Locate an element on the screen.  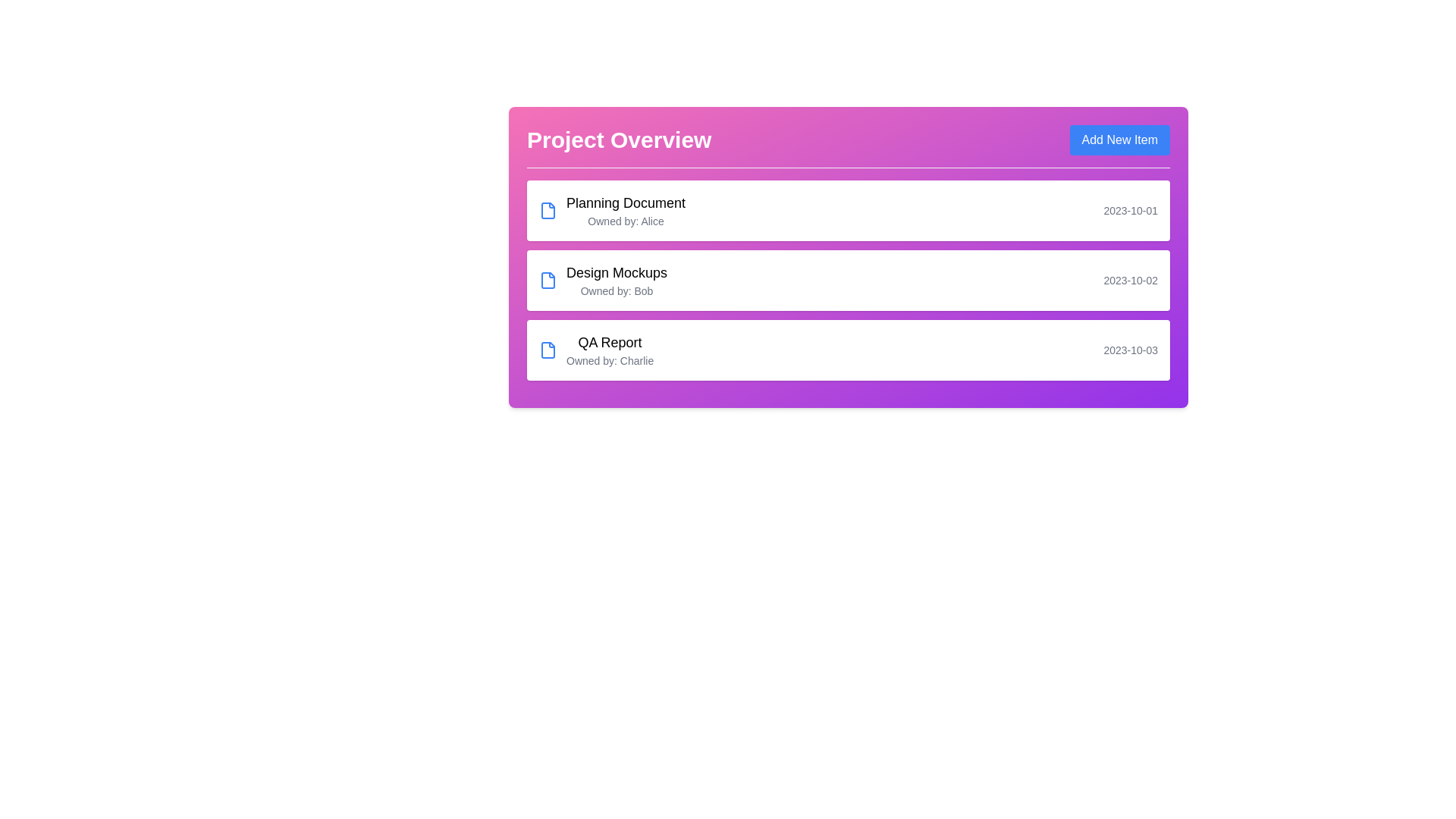
the static text label indicating ownership of the 'Planning Document', located in the top-left card below the text 'Planning Document' is located at coordinates (626, 221).